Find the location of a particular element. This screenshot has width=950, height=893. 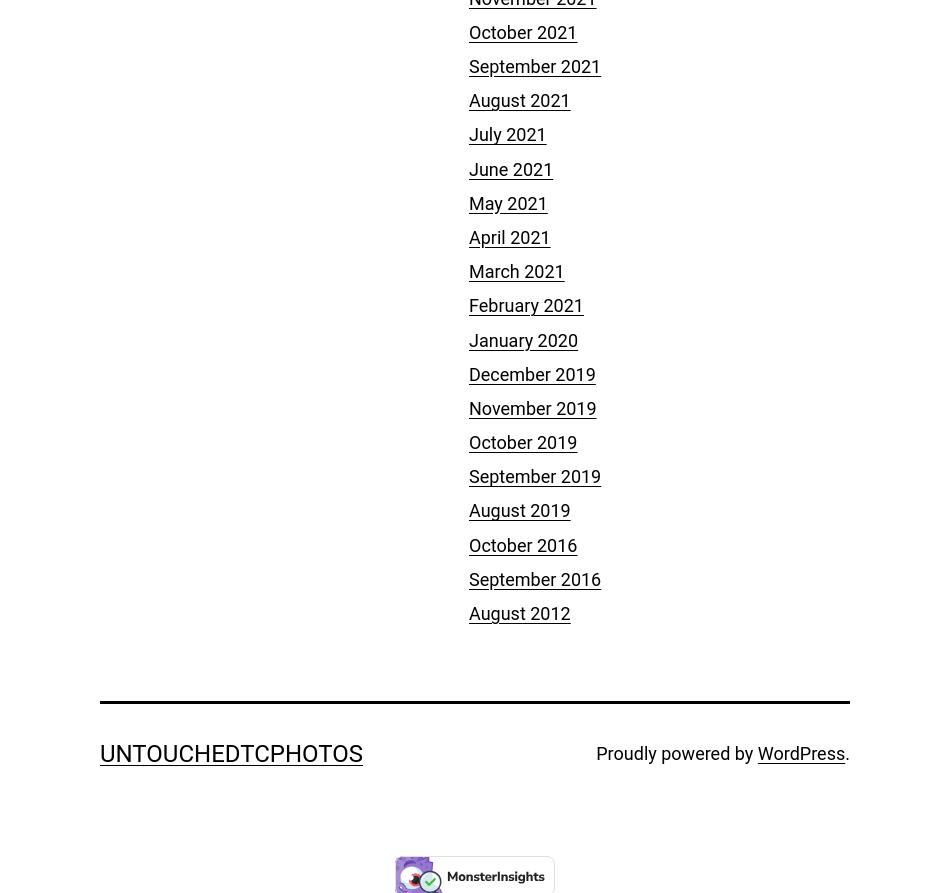

'untouchedtcphotos' is located at coordinates (231, 752).